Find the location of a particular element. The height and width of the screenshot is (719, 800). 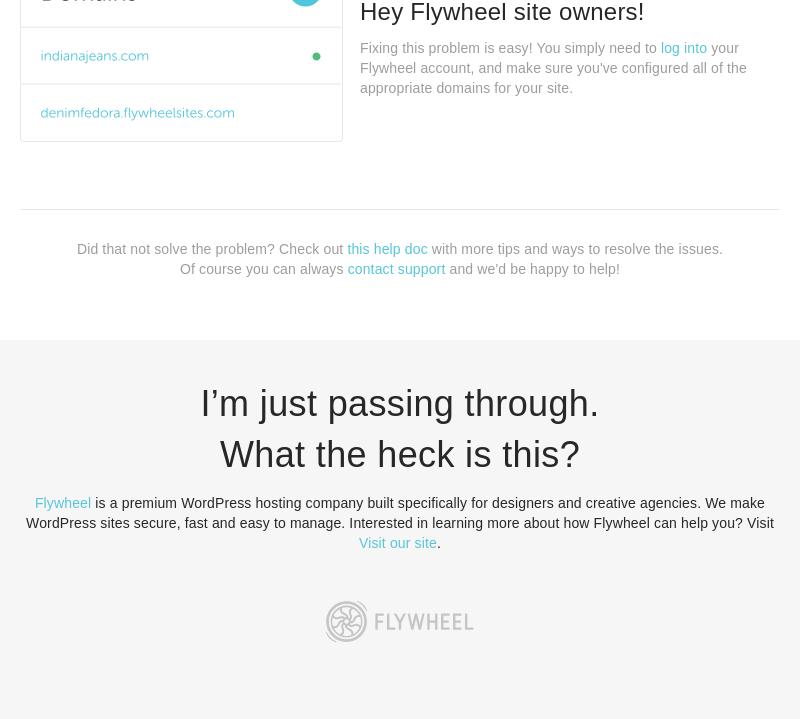

'is a premium WordPress hosting company built specifically for designers and creative agencies. We make WordPress sites secure, fast and easy to manage. Interested in learning more about how Flywheel can help you? Visit' is located at coordinates (398, 513).